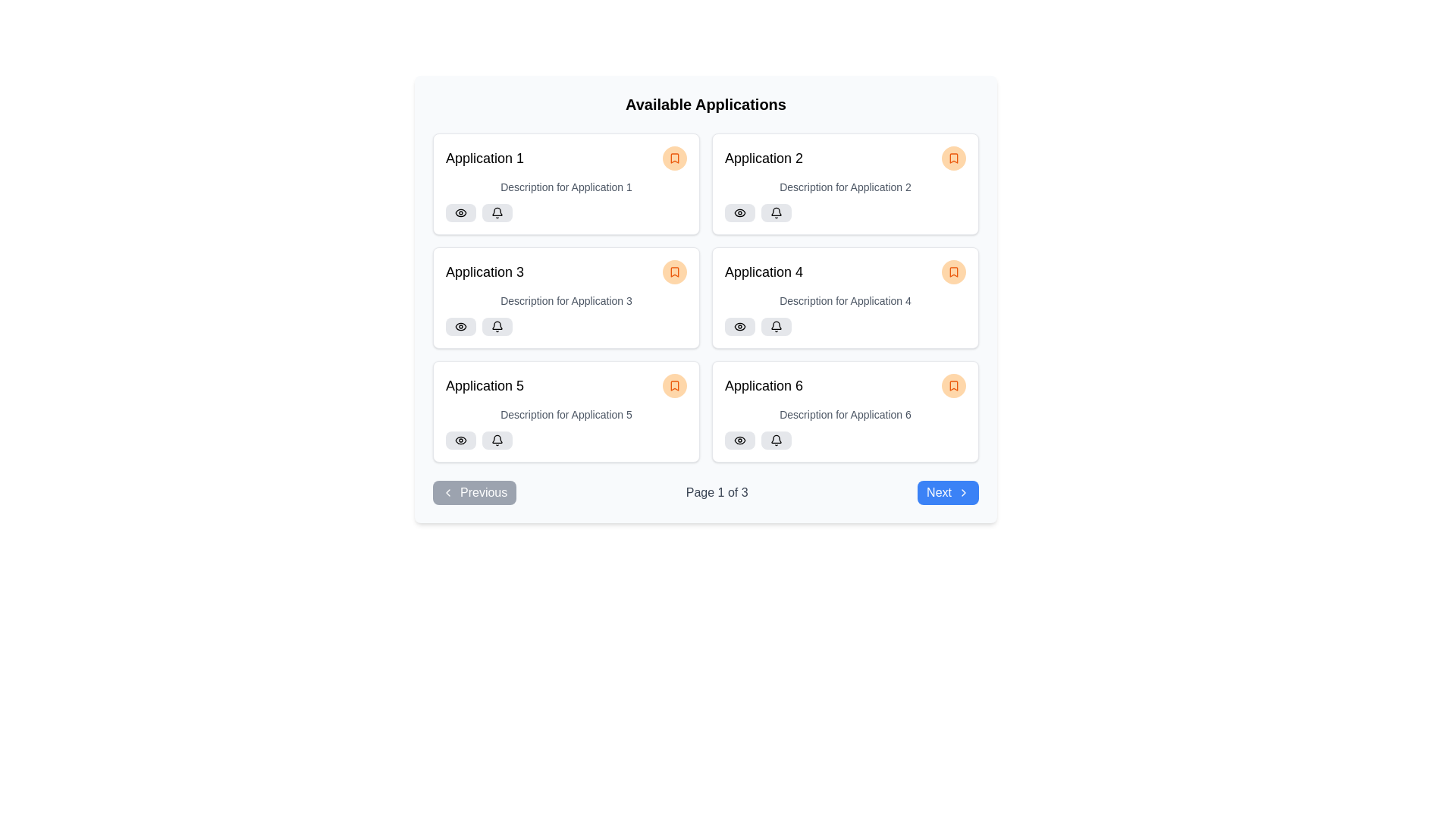 The height and width of the screenshot is (819, 1456). Describe the element at coordinates (497, 213) in the screenshot. I see `the bell-shaped notification icon with a gray background located as the second icon below 'Application 1'` at that location.